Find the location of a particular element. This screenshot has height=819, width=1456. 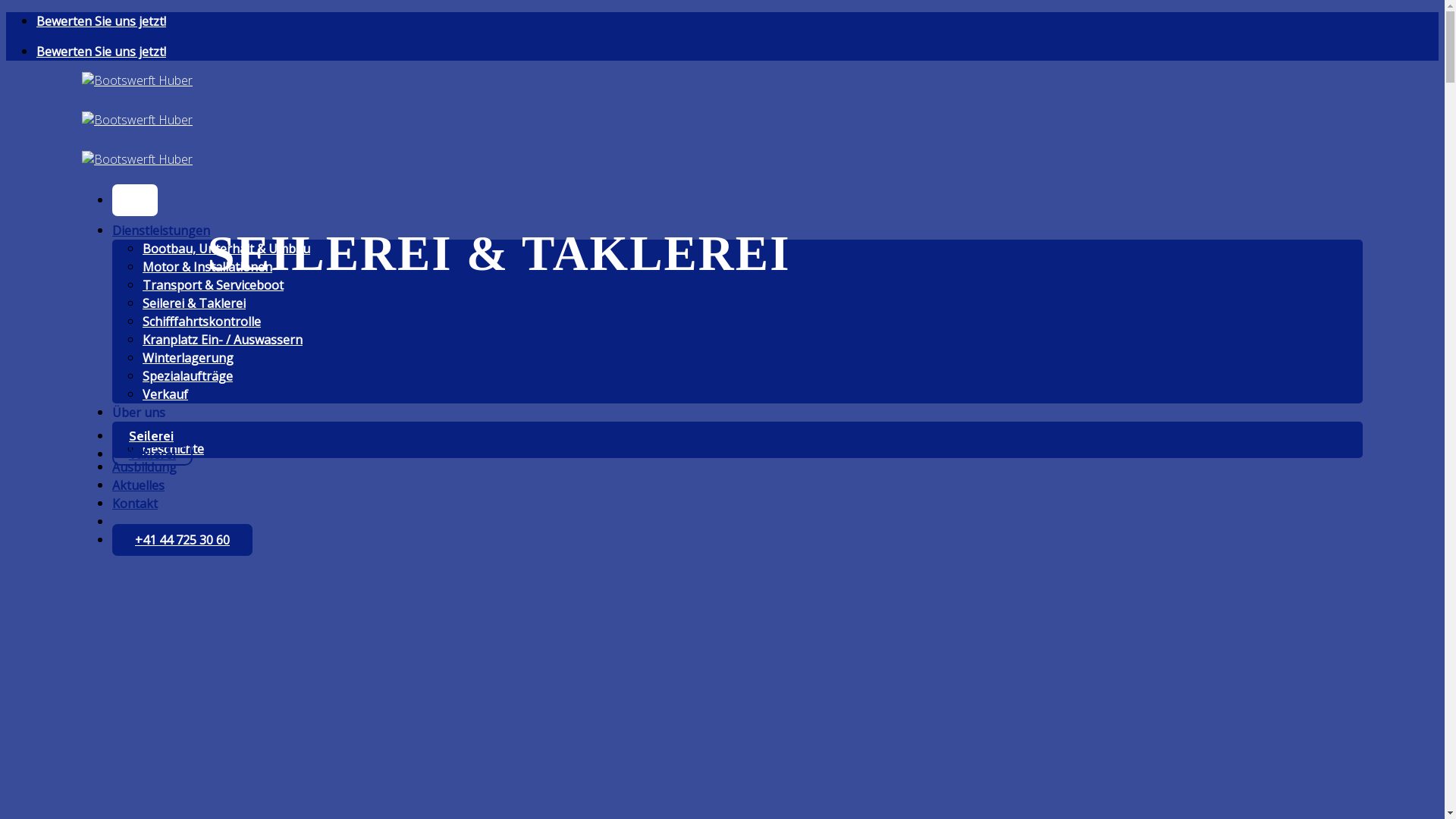

'+41 44 725 30 60' is located at coordinates (182, 539).